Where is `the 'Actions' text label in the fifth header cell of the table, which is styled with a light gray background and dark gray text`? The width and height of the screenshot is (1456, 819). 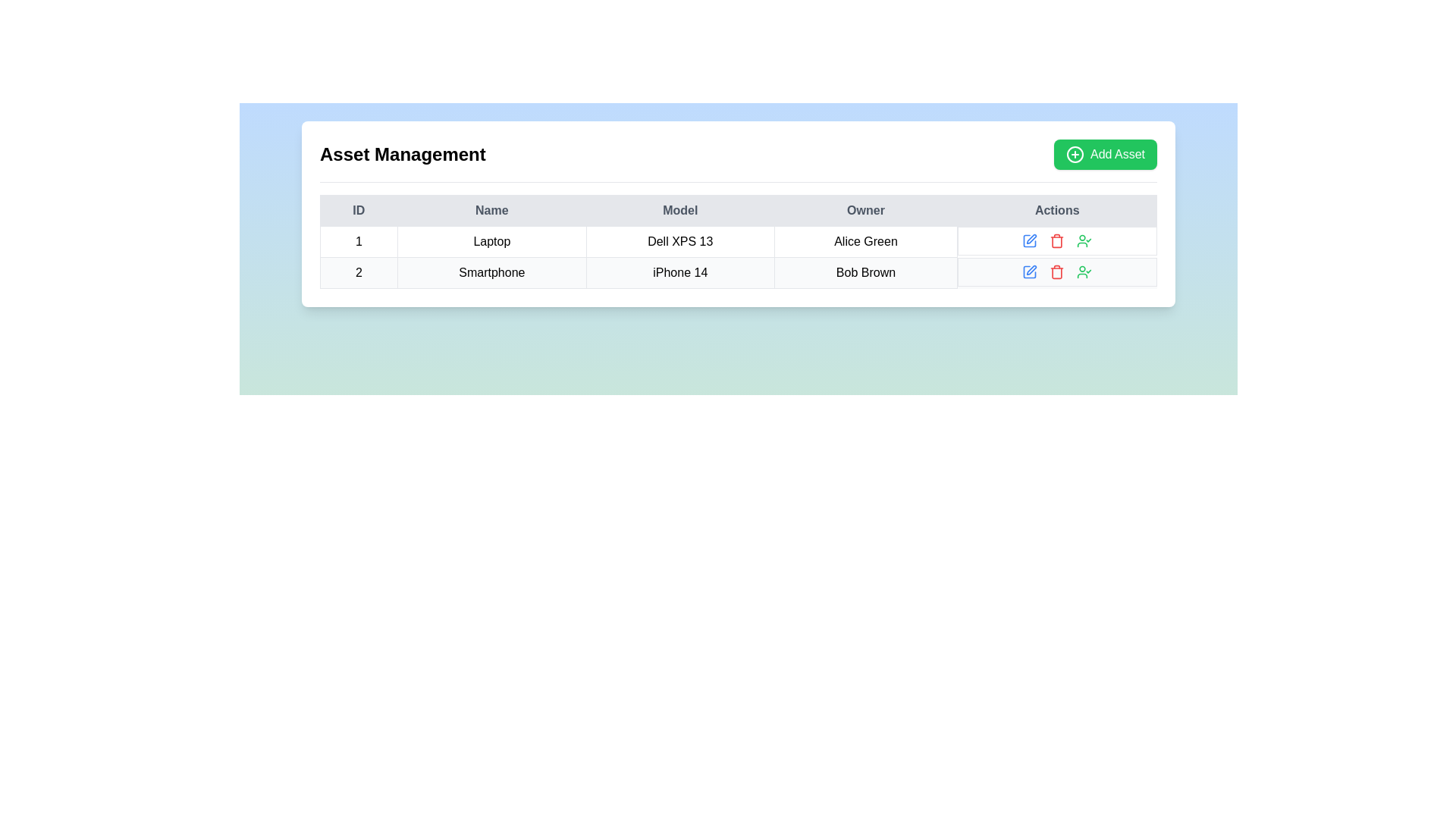
the 'Actions' text label in the fifth header cell of the table, which is styled with a light gray background and dark gray text is located at coordinates (1056, 210).